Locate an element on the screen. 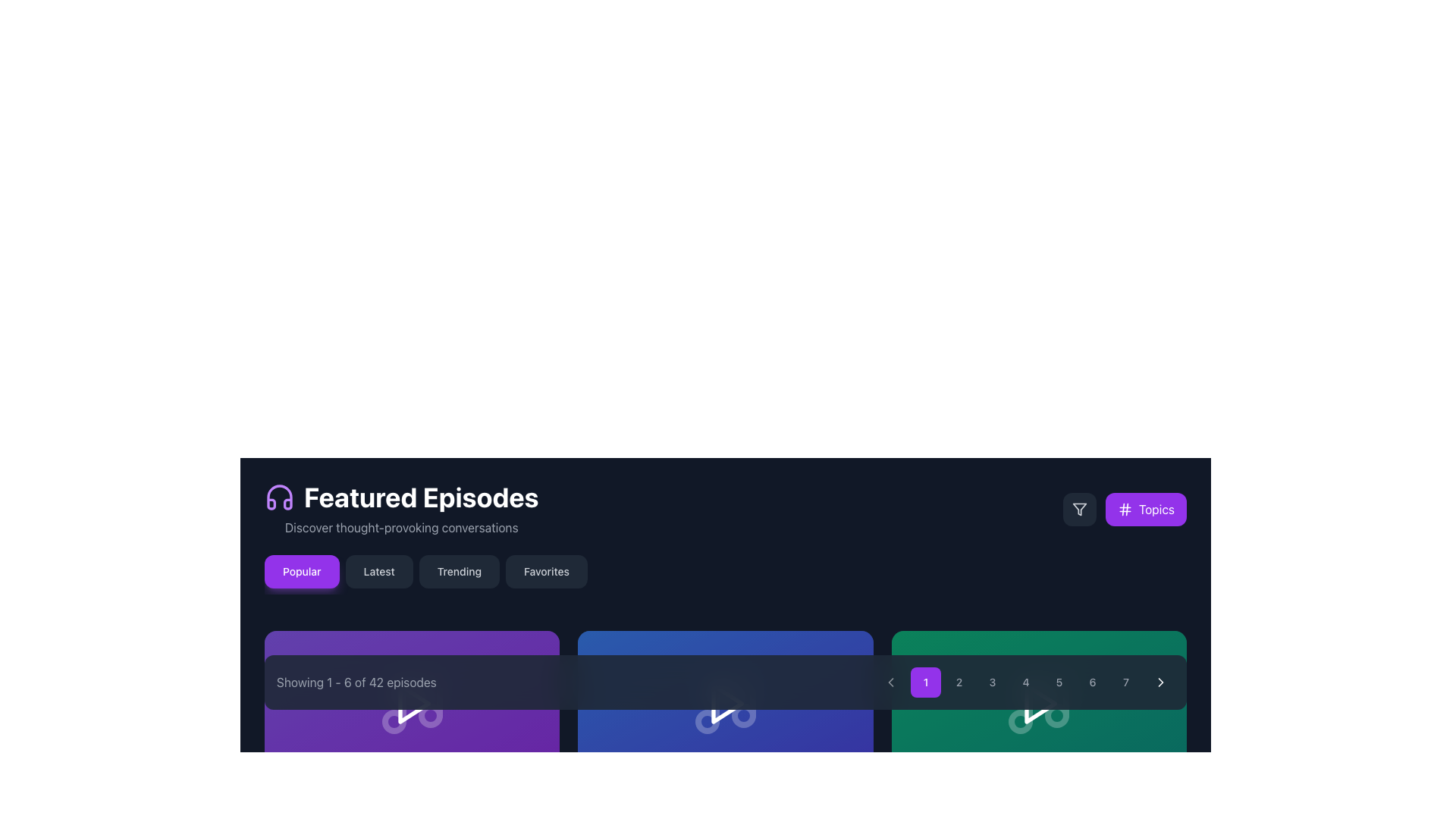 The width and height of the screenshot is (1456, 819). the middle circular graphical component with no visible fill or stroke, located towards the right side of the interface among sibling elements is located at coordinates (1021, 721).